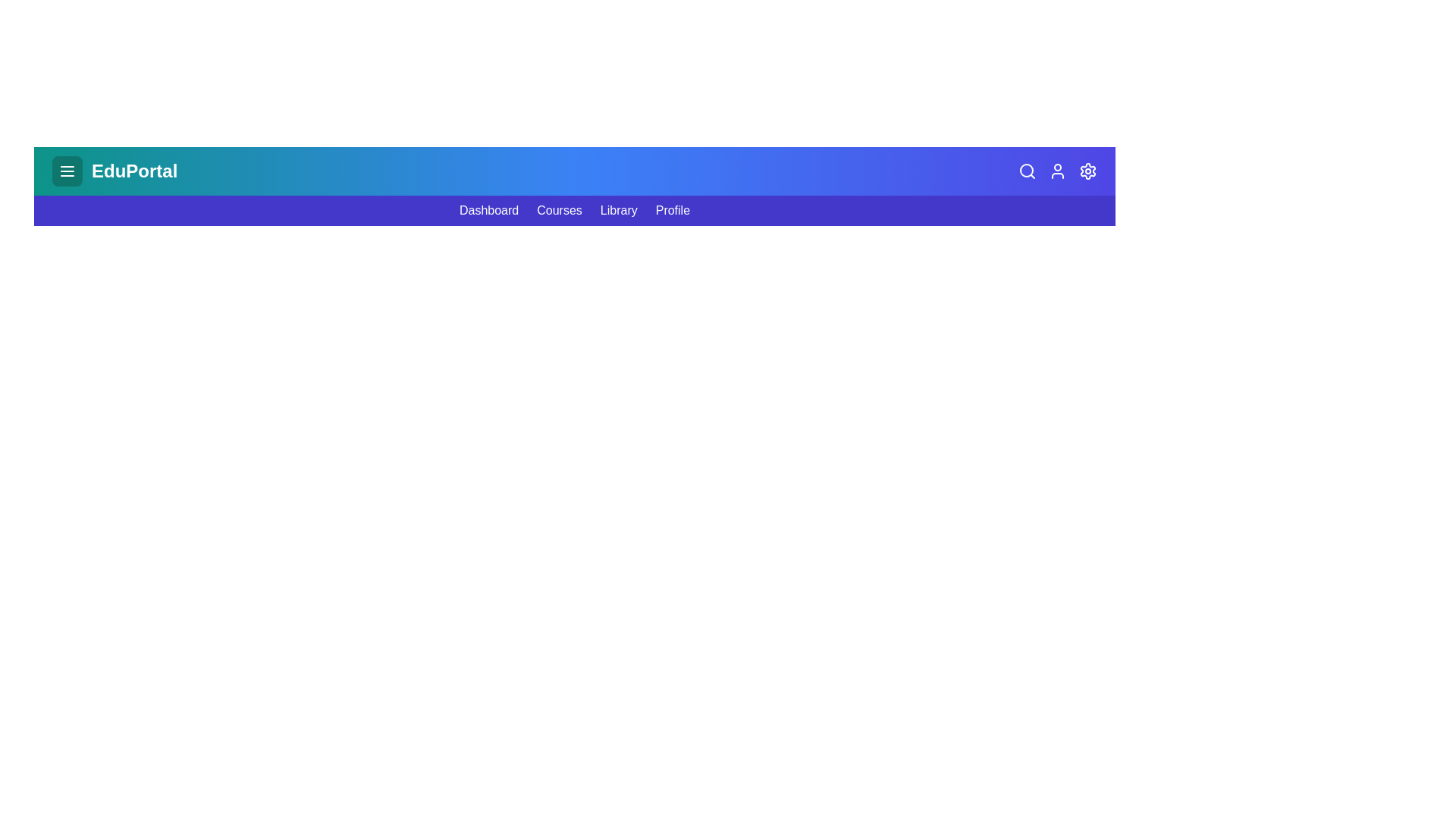  I want to click on the search icon to initiate a search action, so click(1027, 171).